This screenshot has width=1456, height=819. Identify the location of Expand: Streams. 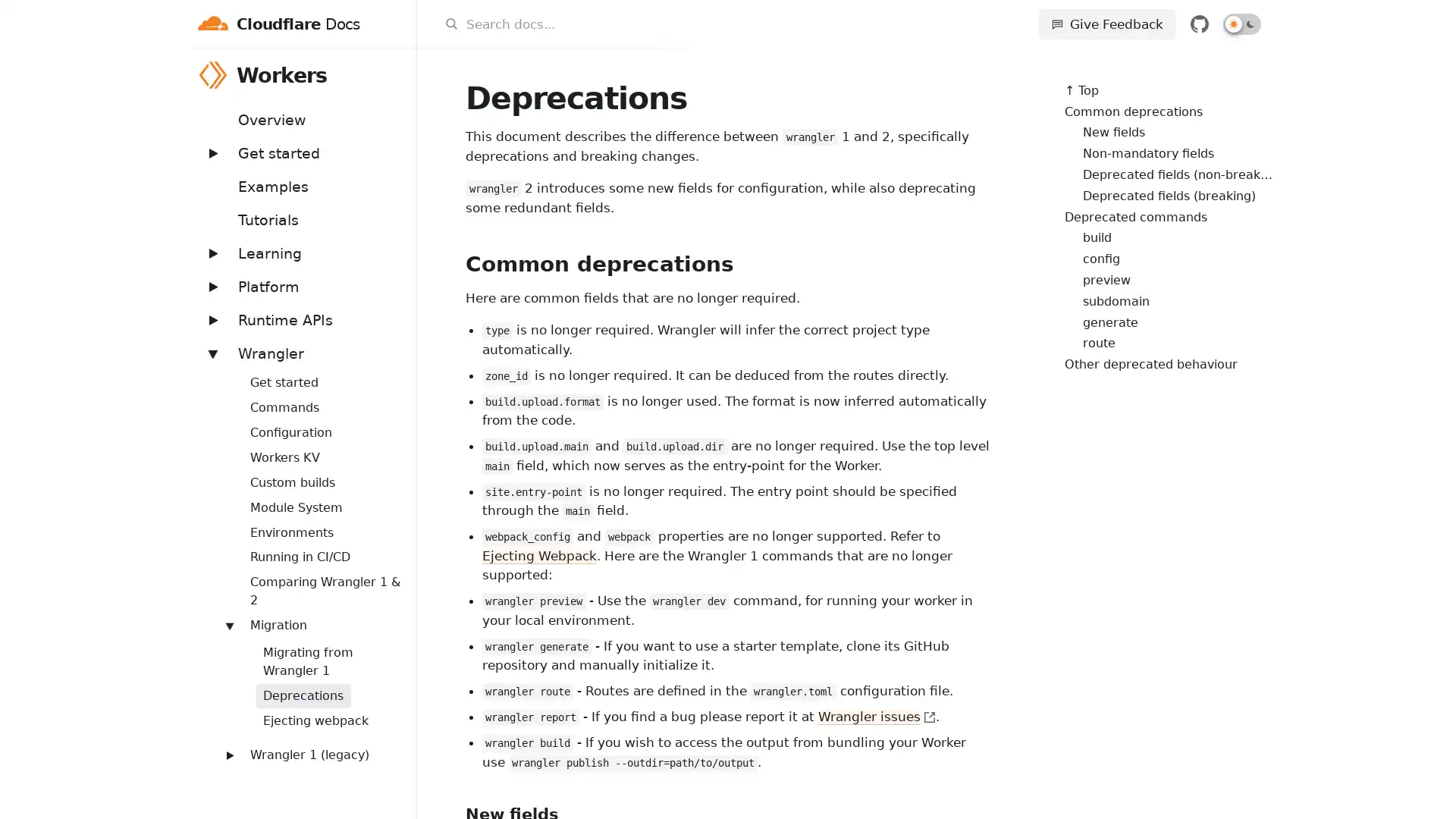
(221, 698).